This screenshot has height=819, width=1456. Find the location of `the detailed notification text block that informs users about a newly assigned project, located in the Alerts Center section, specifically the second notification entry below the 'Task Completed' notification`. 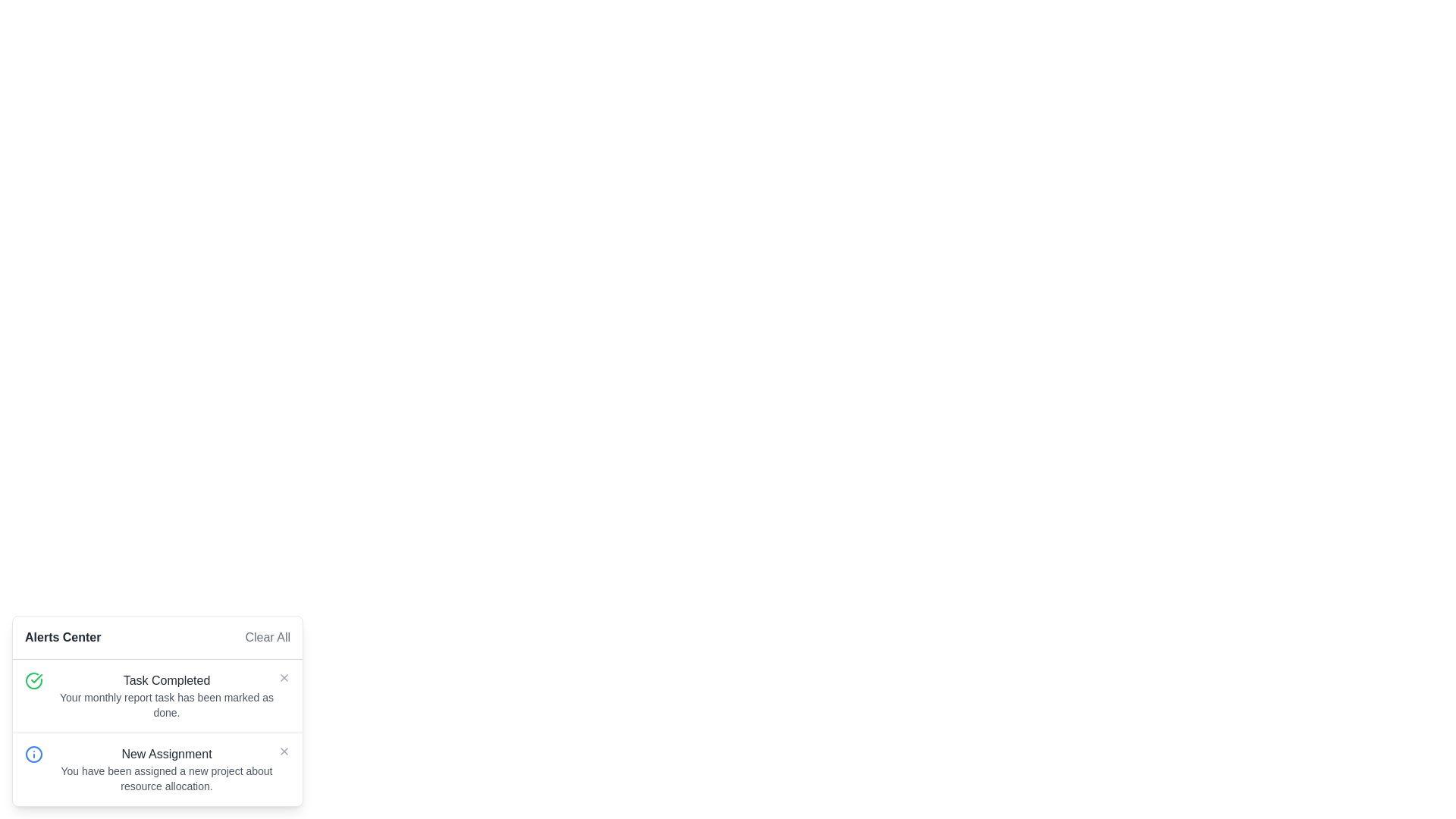

the detailed notification text block that informs users about a newly assigned project, located in the Alerts Center section, specifically the second notification entry below the 'Task Completed' notification is located at coordinates (167, 769).